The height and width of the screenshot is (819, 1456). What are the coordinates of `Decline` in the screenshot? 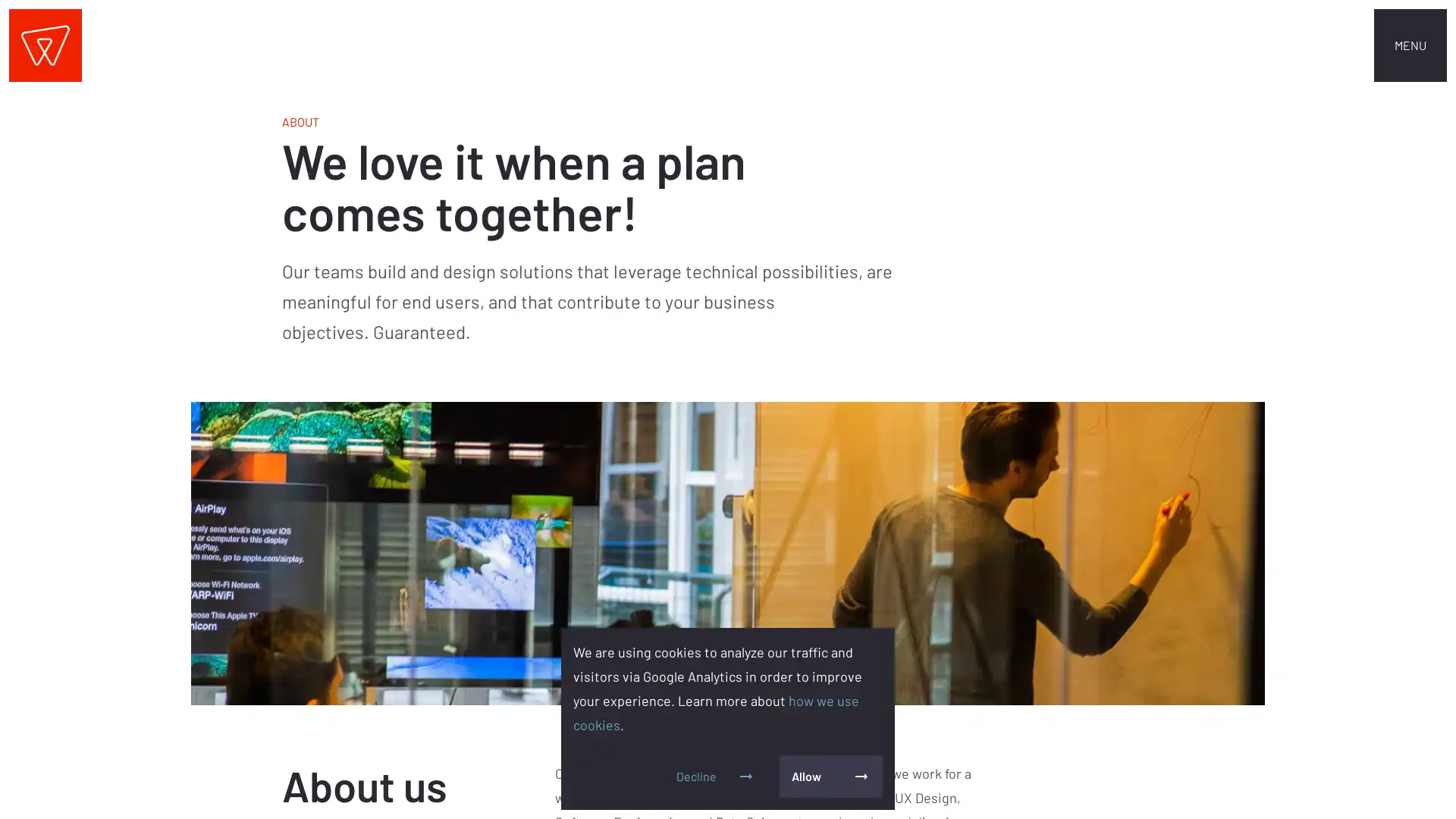 It's located at (715, 776).